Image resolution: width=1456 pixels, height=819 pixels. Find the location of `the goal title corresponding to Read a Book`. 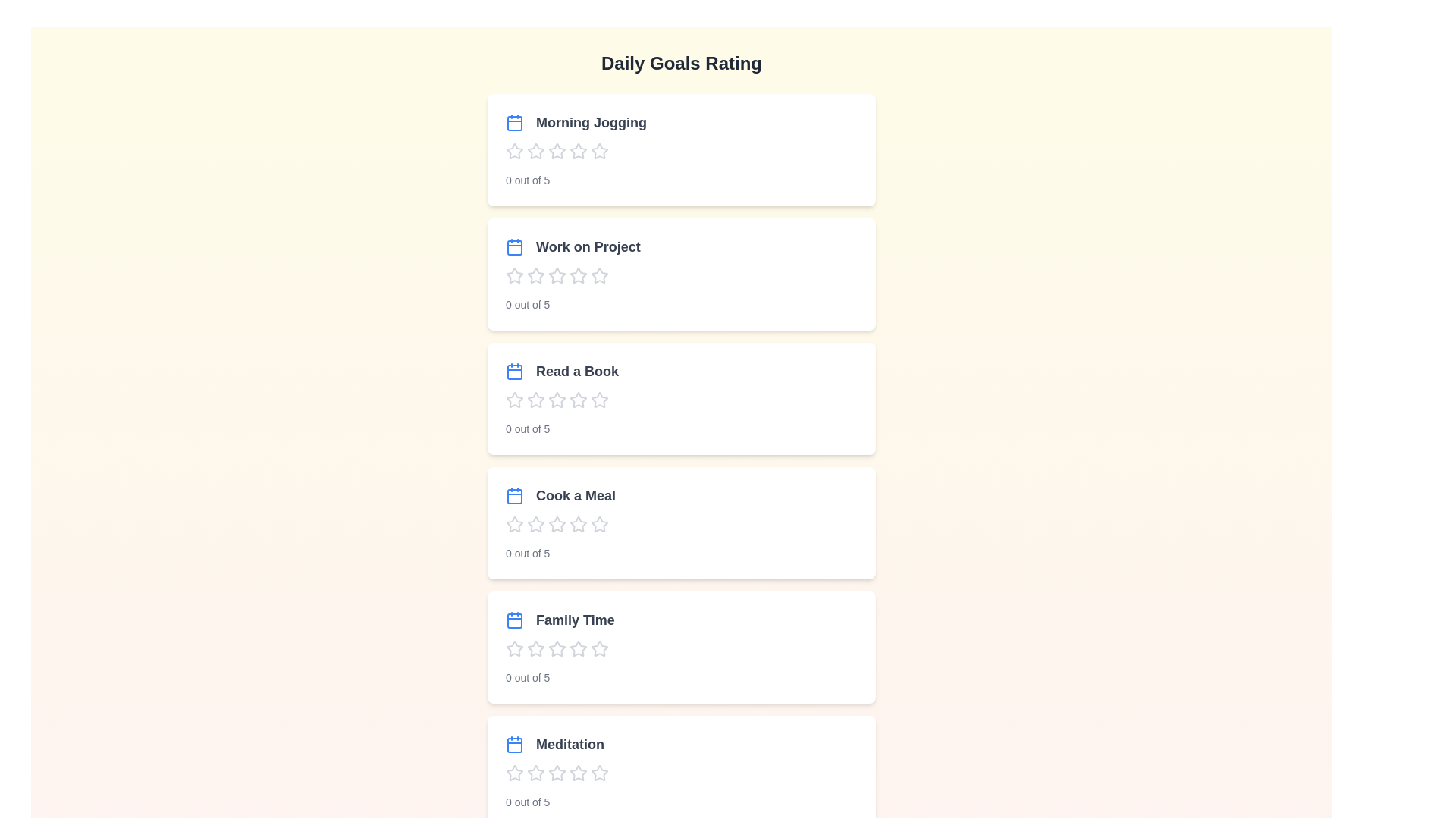

the goal title corresponding to Read a Book is located at coordinates (561, 371).